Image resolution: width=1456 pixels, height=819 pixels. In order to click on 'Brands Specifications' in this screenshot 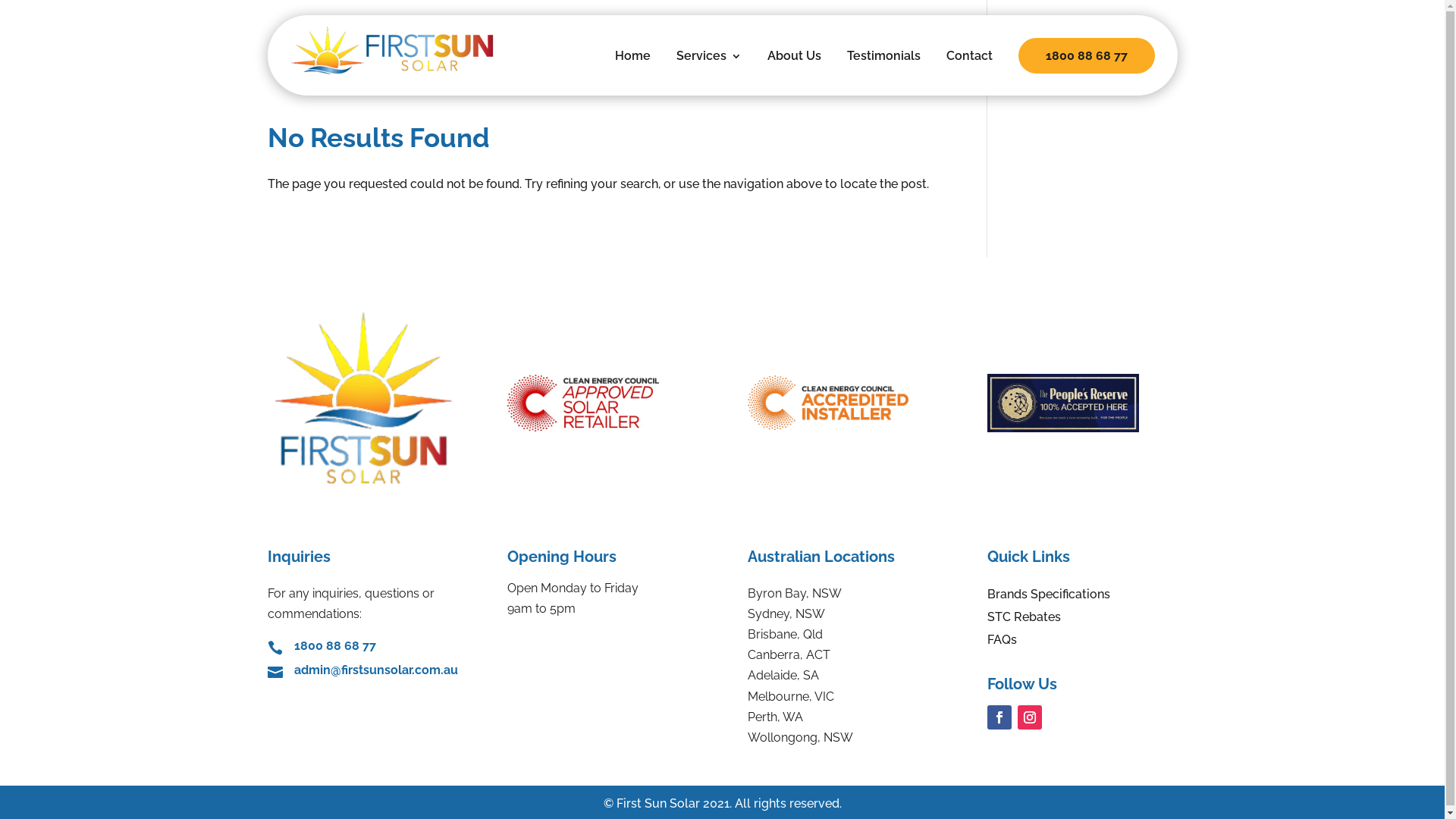, I will do `click(1047, 596)`.